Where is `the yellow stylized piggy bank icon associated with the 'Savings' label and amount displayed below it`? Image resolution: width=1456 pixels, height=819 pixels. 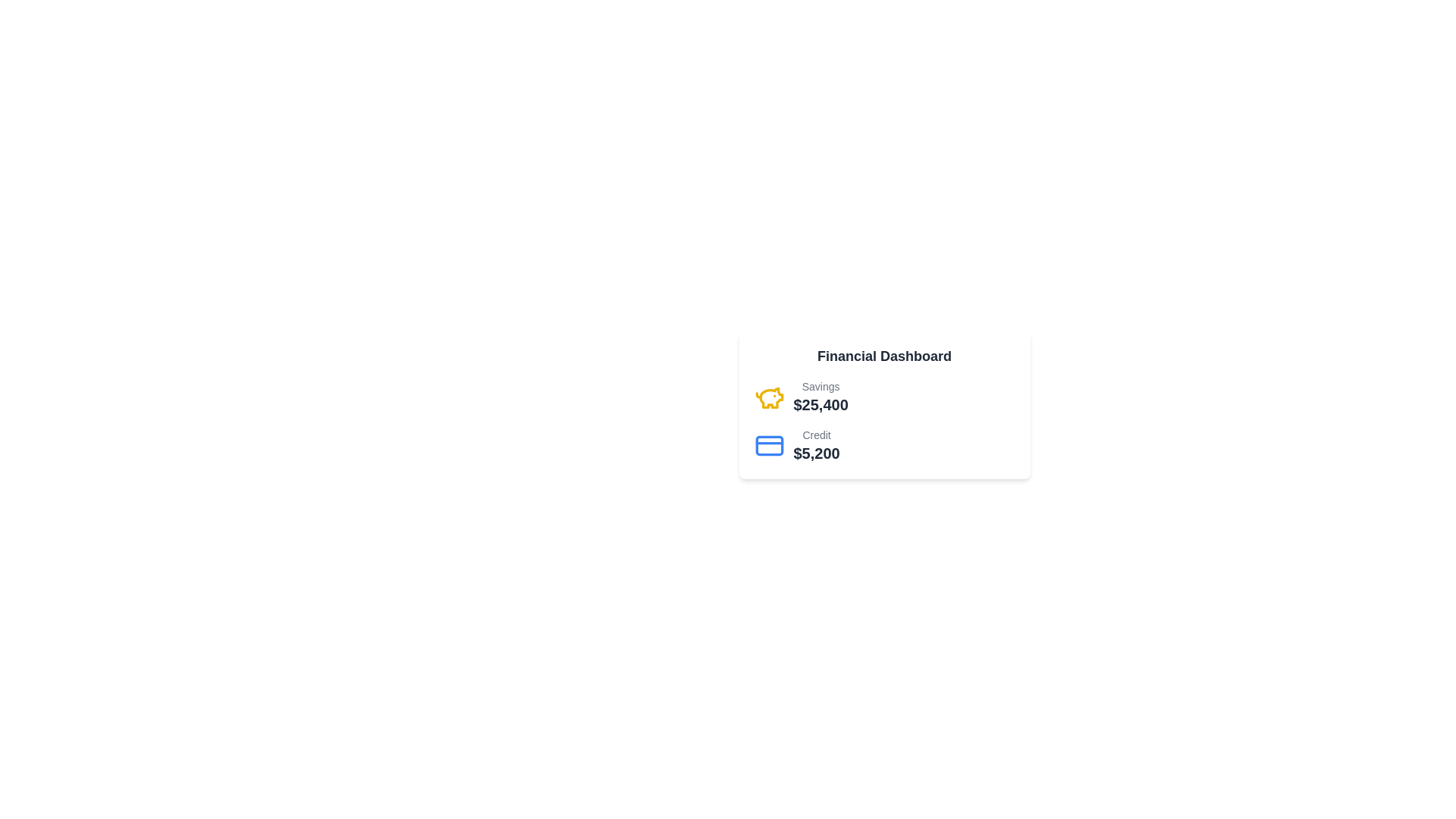
the yellow stylized piggy bank icon associated with the 'Savings' label and amount displayed below it is located at coordinates (769, 397).